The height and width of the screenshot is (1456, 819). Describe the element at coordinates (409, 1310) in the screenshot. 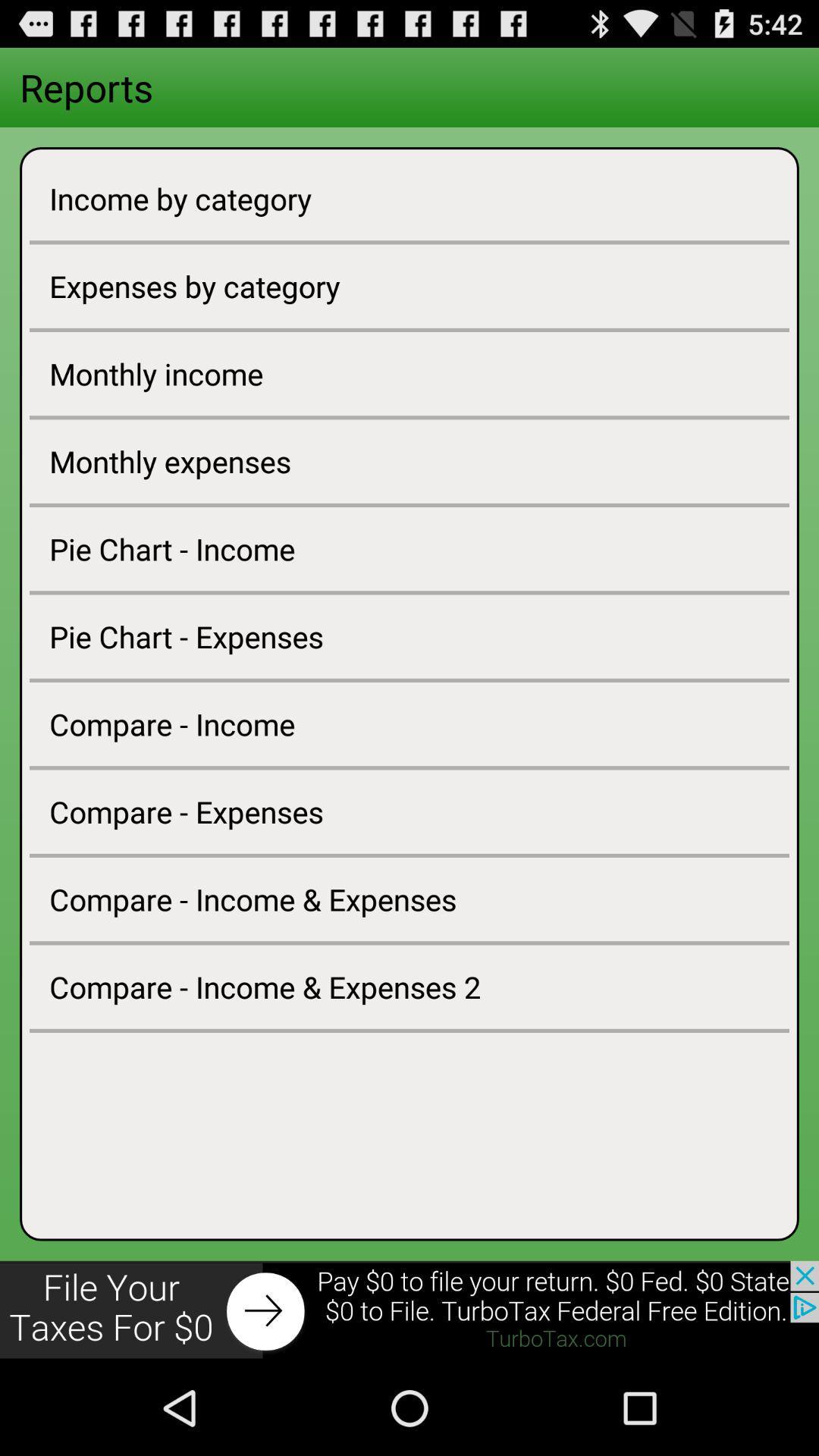

I see `click advertisement` at that location.